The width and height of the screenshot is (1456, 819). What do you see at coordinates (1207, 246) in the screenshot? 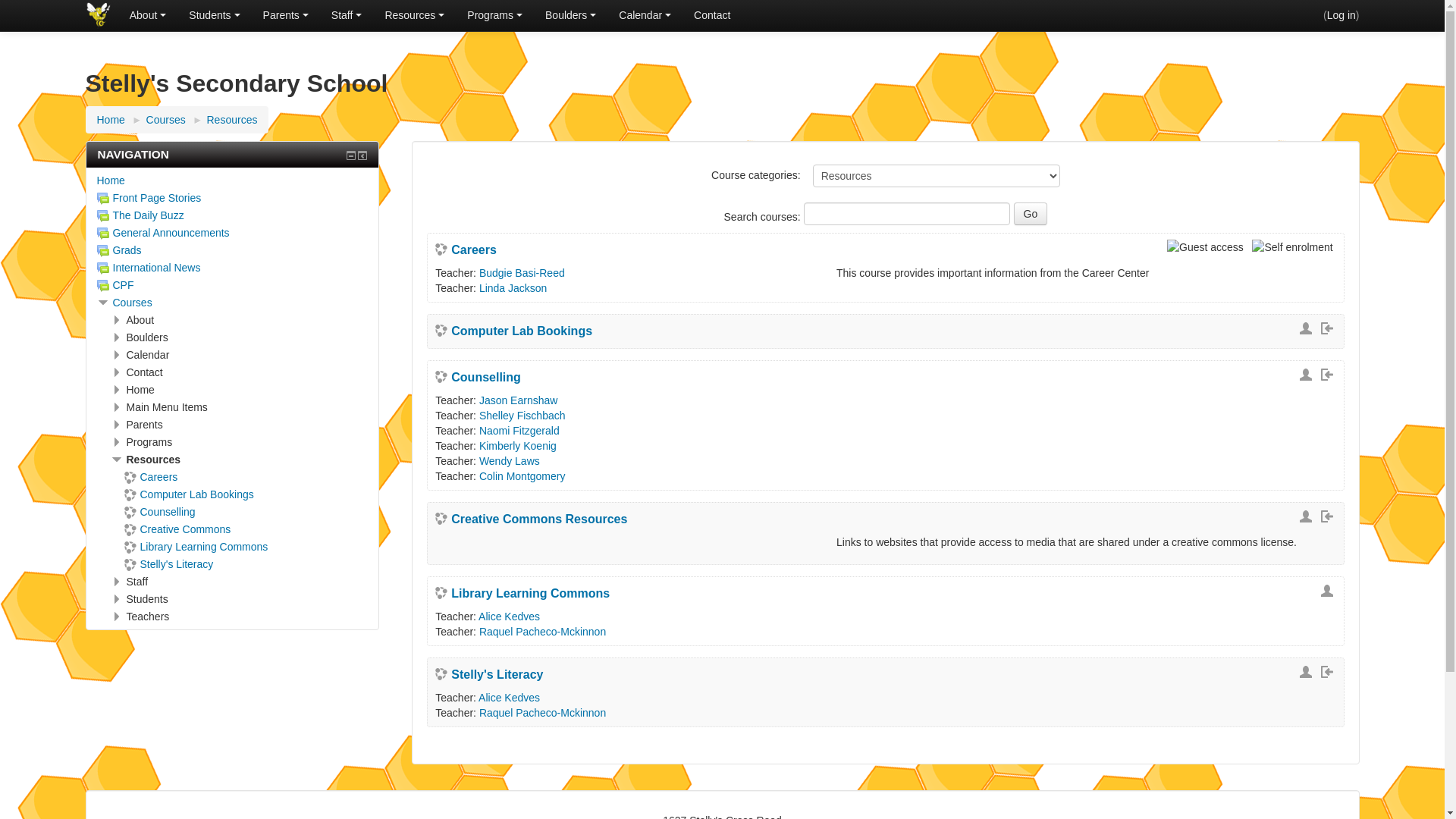
I see `'Guest access'` at bounding box center [1207, 246].